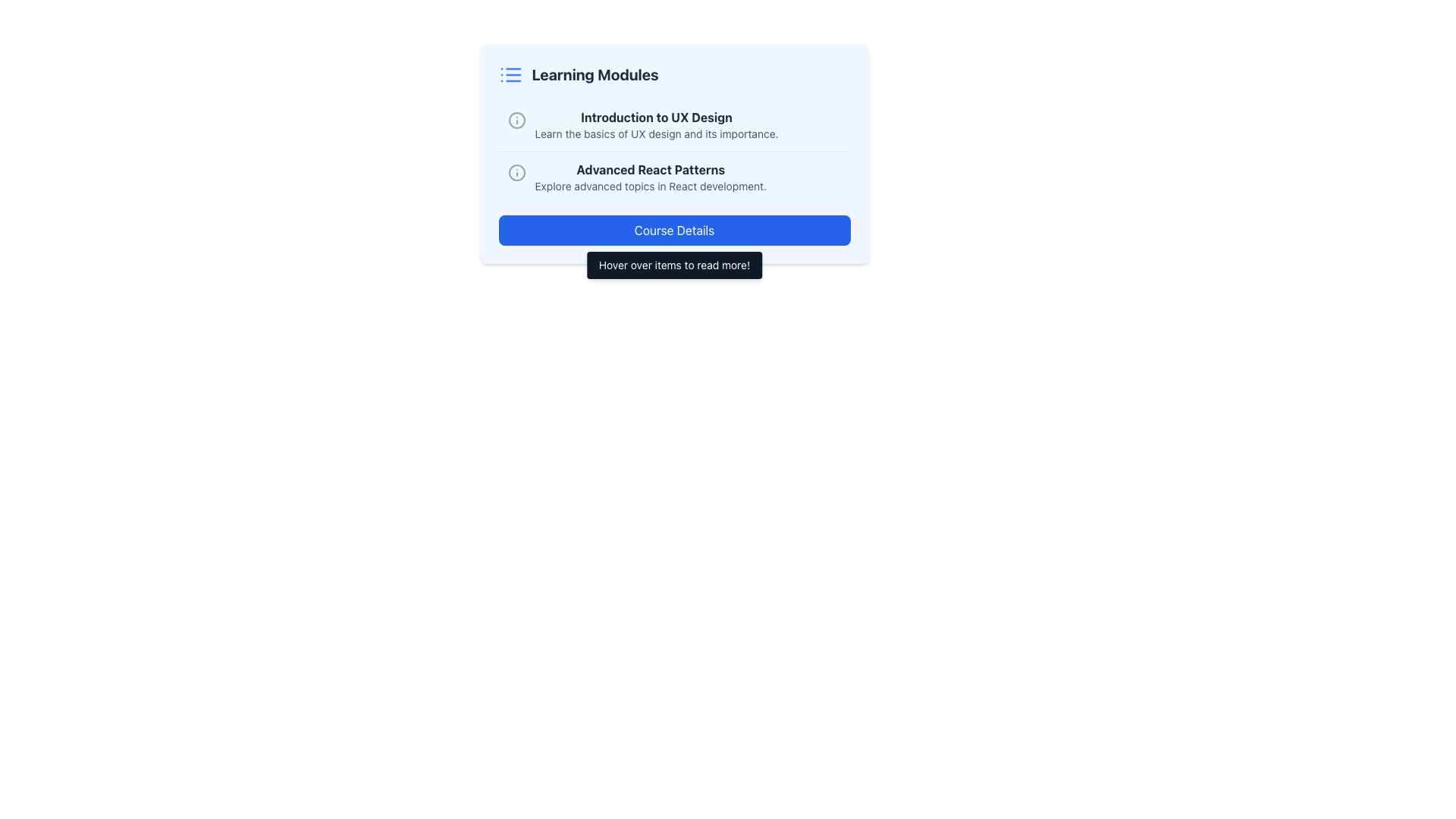  I want to click on the Informational List Item titled 'Introduction to UX Design', so click(673, 124).